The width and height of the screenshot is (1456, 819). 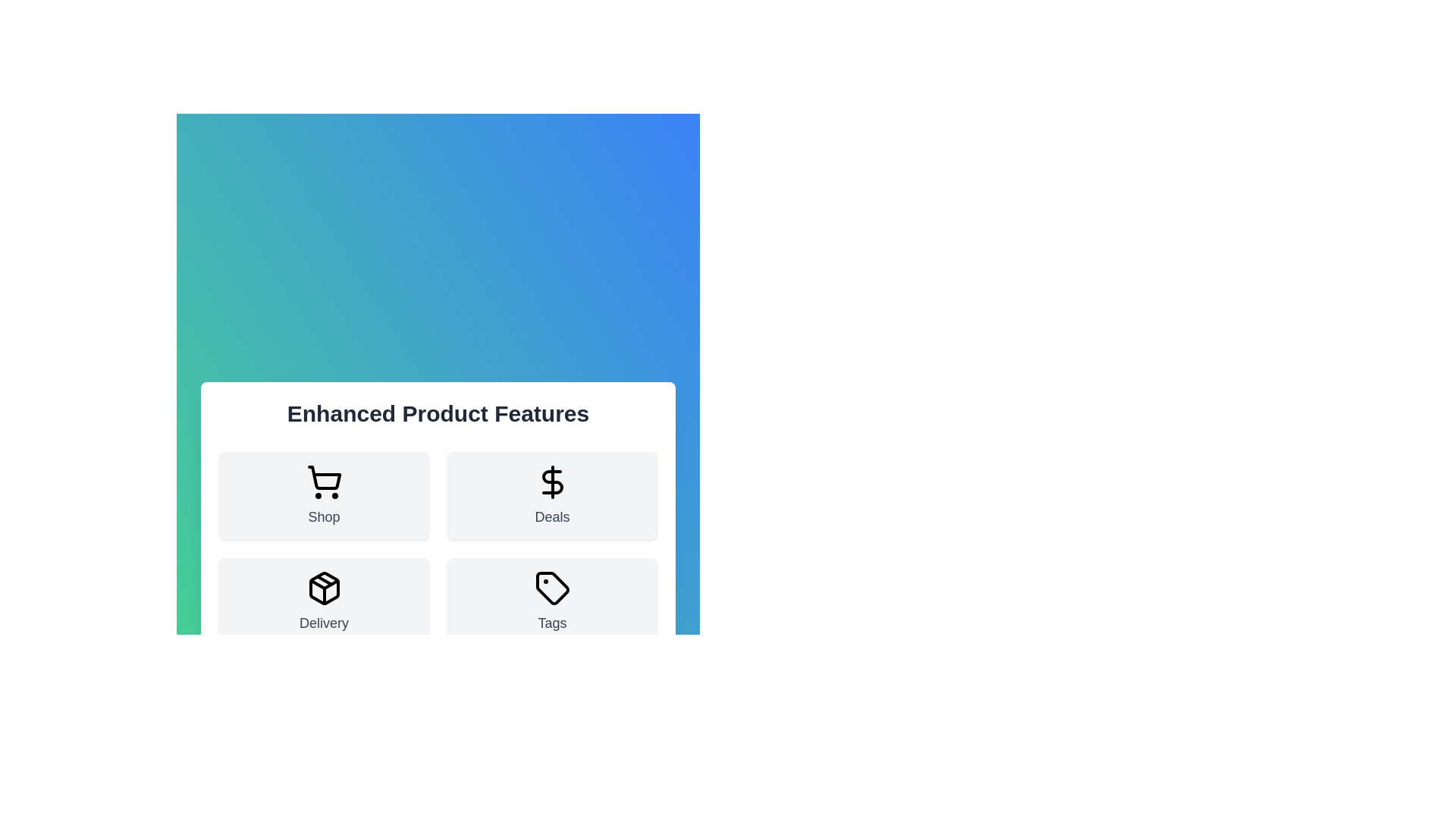 What do you see at coordinates (551, 623) in the screenshot?
I see `the text label 'Tags' which is styled in gray and located beneath a tag icon in the bottom-right section of a grid layout` at bounding box center [551, 623].